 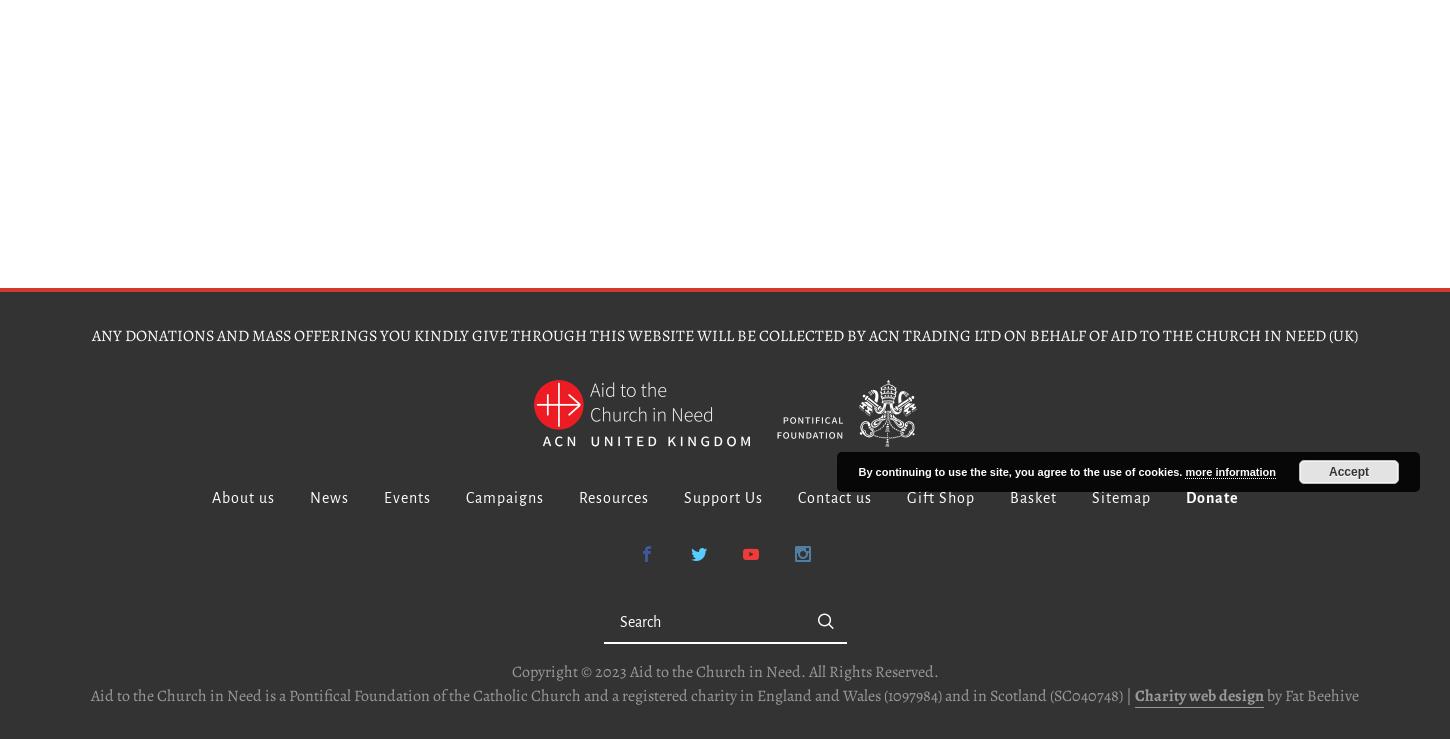 I want to click on 'Contact us', so click(x=834, y=497).